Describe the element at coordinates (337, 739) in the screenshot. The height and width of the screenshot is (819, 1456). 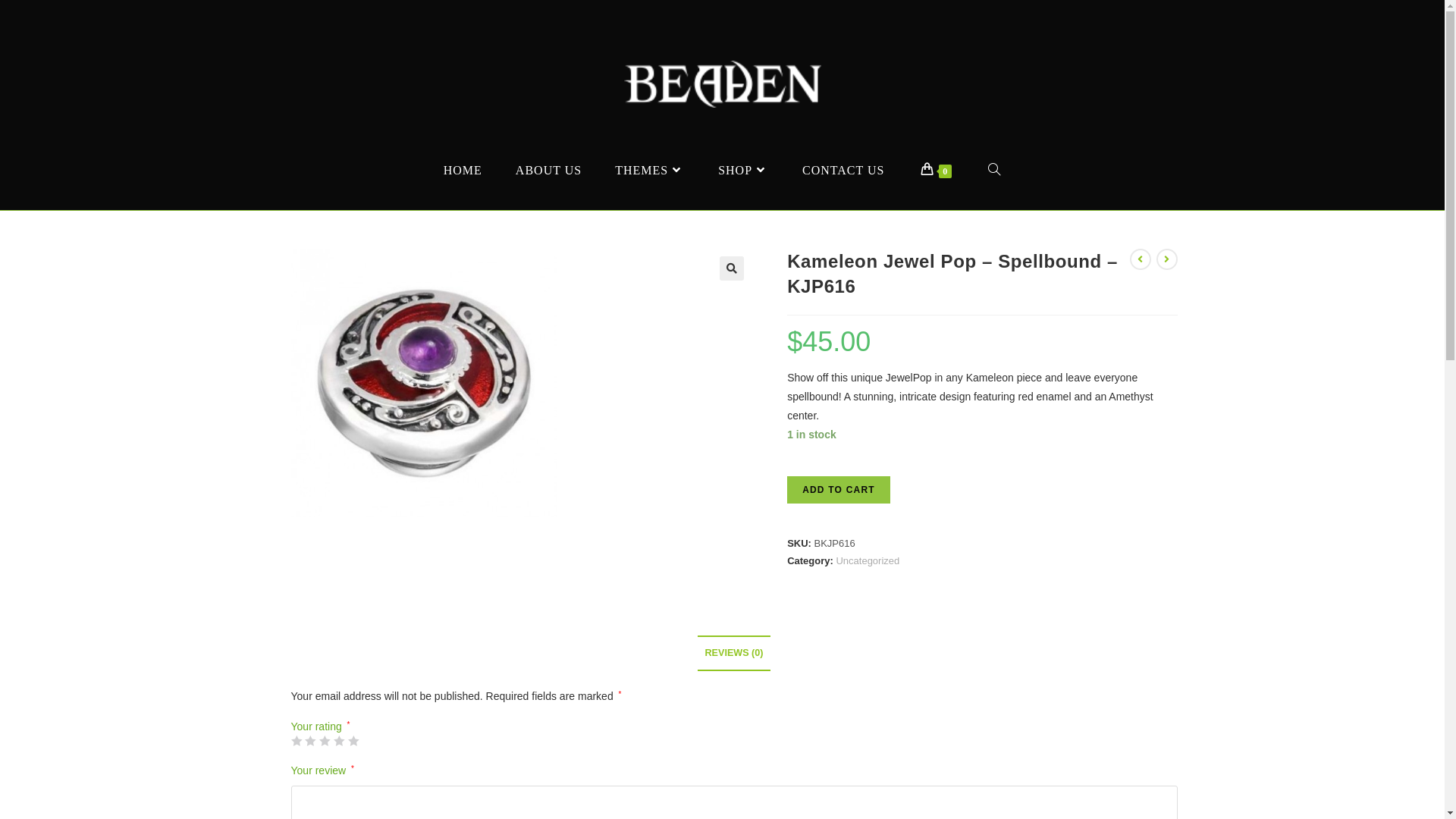
I see `'4'` at that location.